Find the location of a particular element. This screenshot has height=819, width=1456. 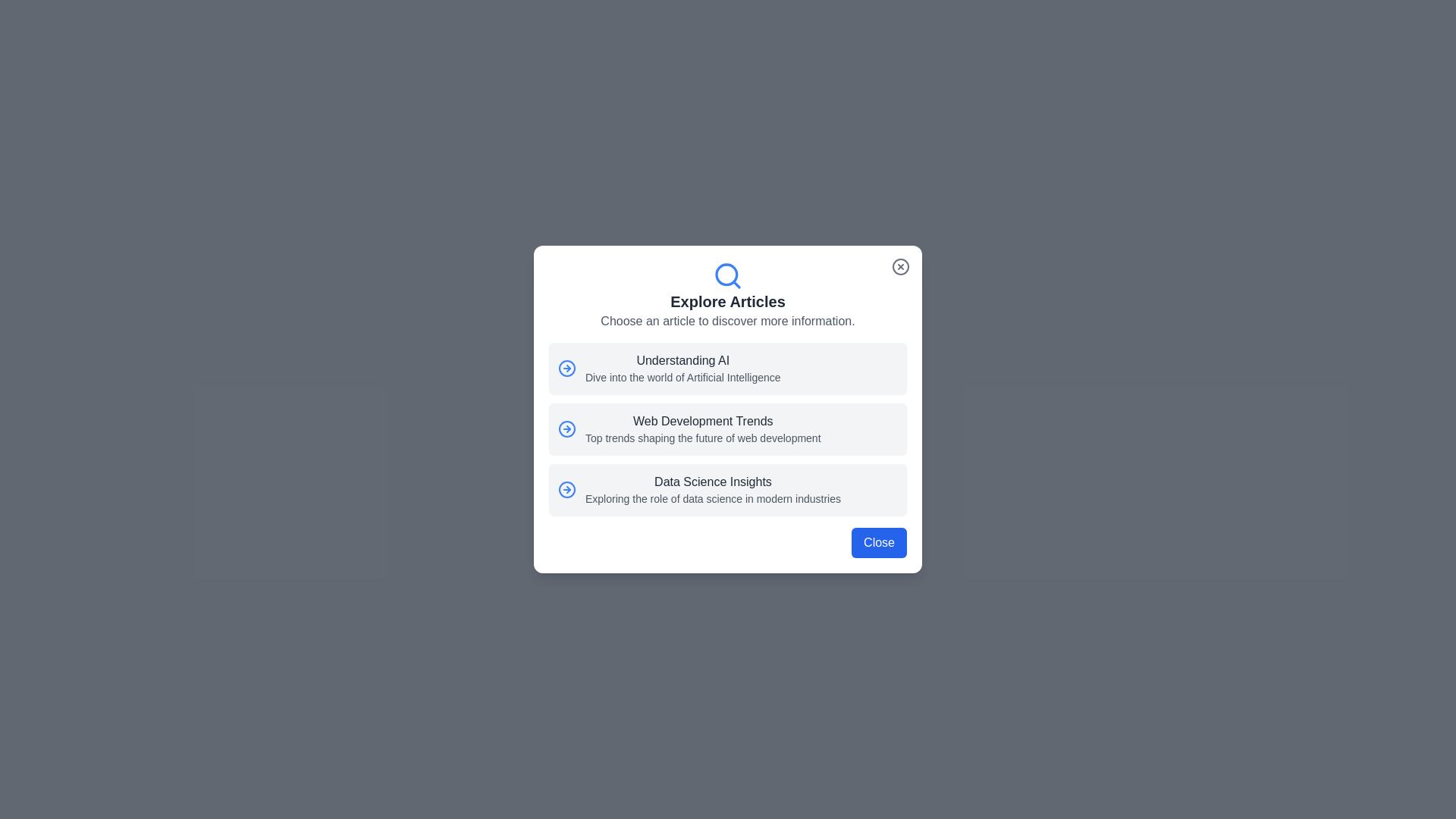

the article titled Web Development Trends from the list is located at coordinates (728, 429).